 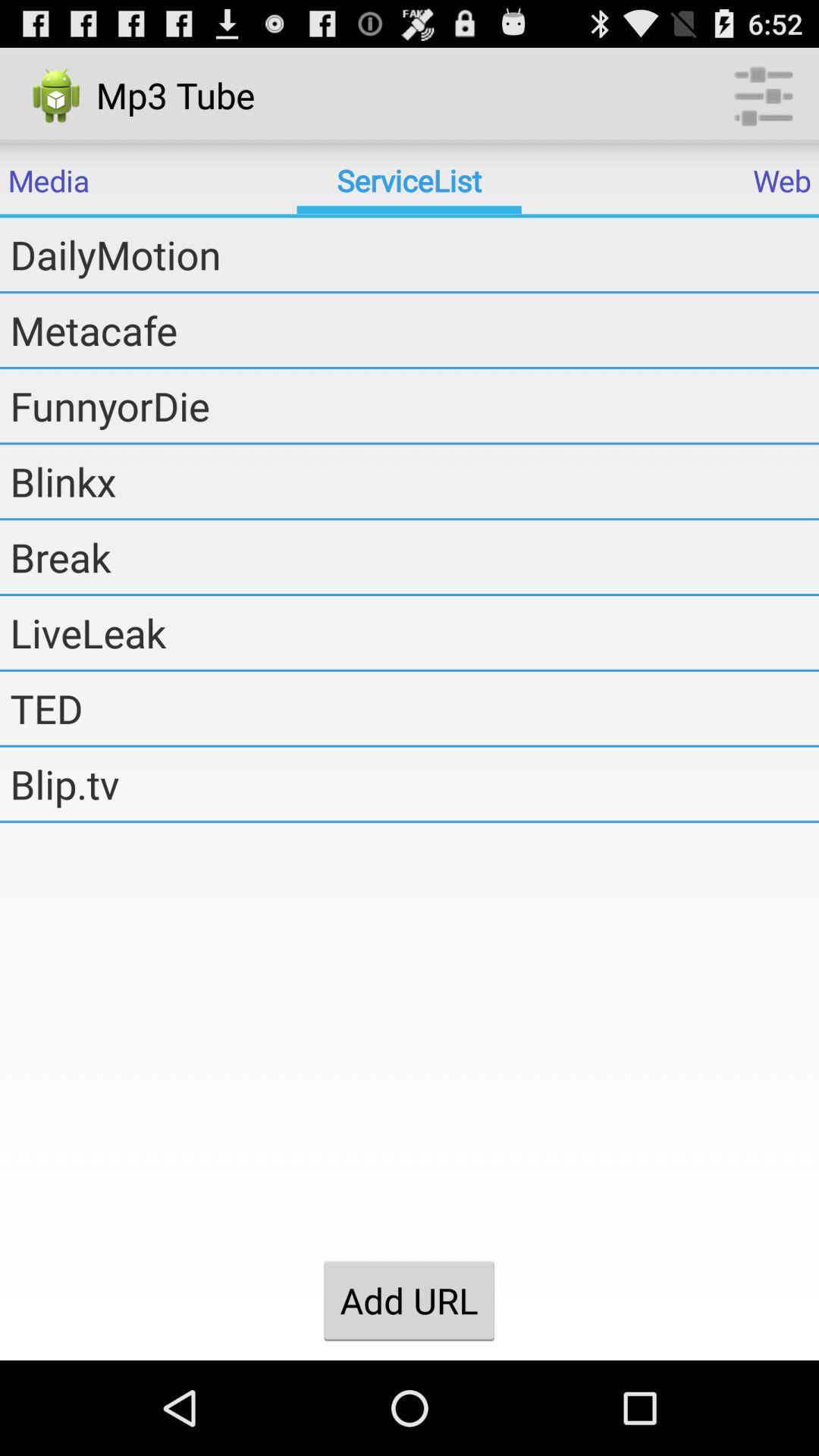 I want to click on item below liveleak, so click(x=414, y=708).